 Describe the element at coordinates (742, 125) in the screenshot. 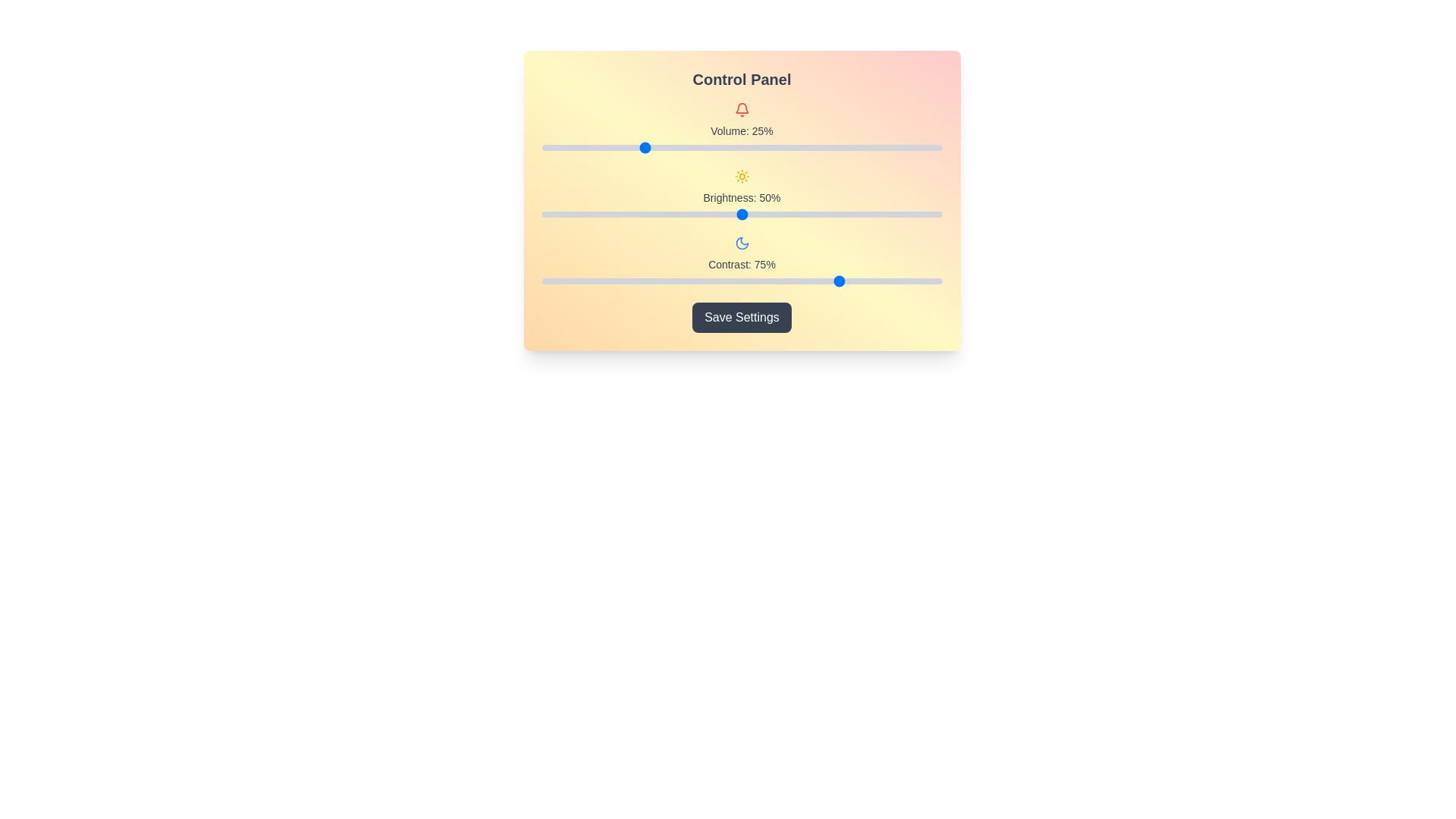

I see `the bell icon in the volume control group` at that location.